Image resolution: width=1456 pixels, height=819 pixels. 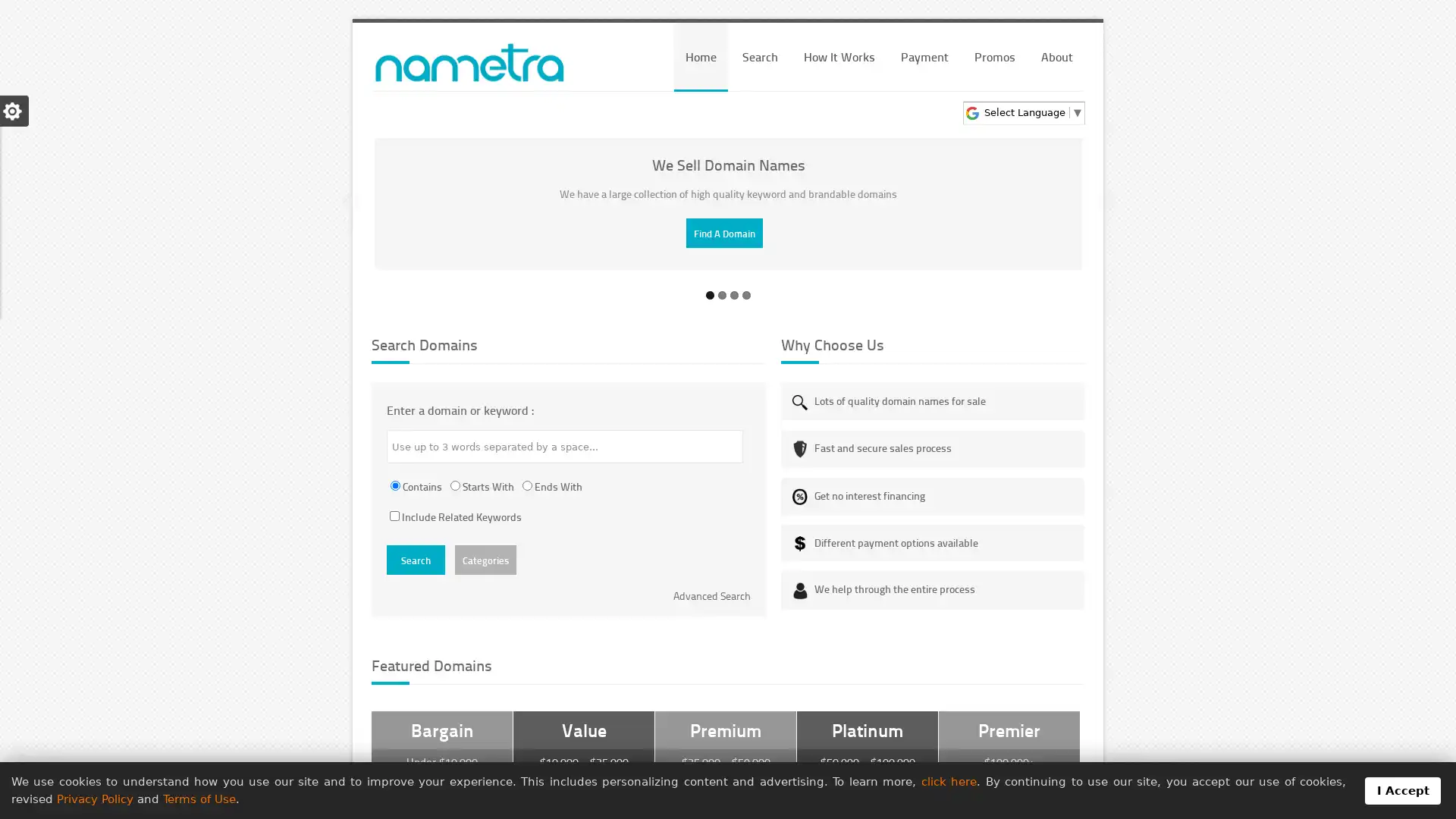 What do you see at coordinates (485, 560) in the screenshot?
I see `Categories` at bounding box center [485, 560].